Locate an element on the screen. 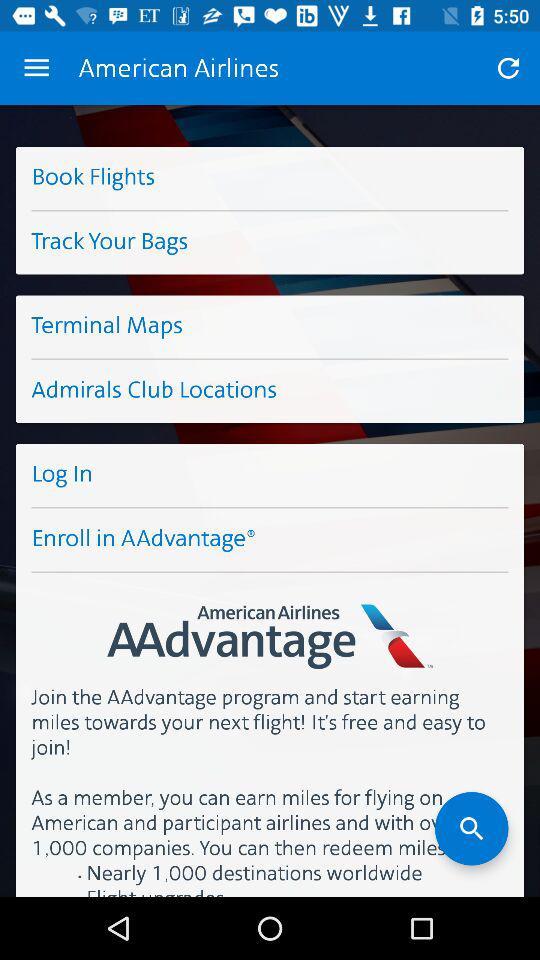 Image resolution: width=540 pixels, height=960 pixels. icon at the bottom right corner is located at coordinates (471, 828).